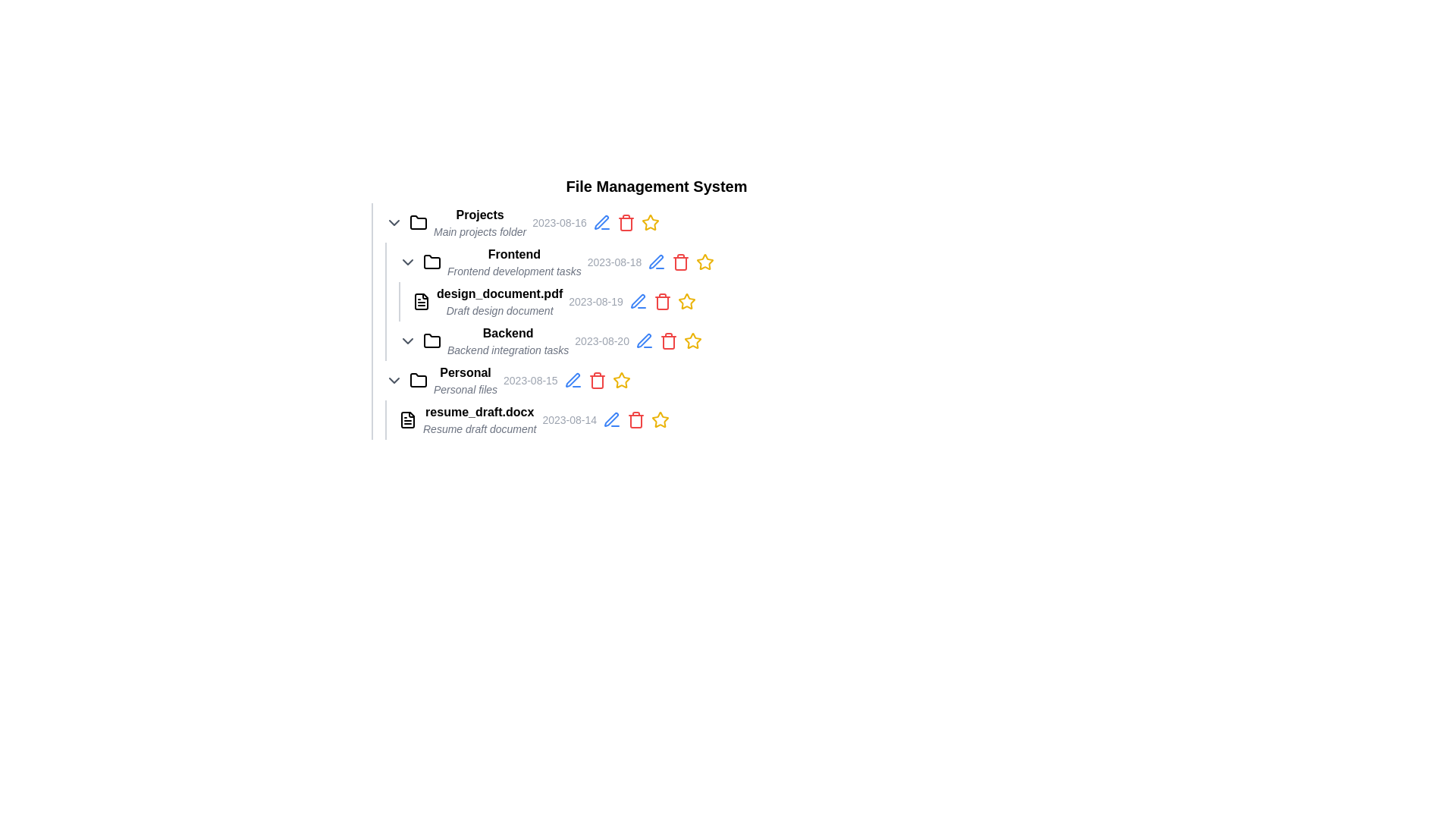 The width and height of the screenshot is (1456, 819). What do you see at coordinates (479, 429) in the screenshot?
I see `the text label styled in italic and gray that reads 'Resume draft document', located under the document title 'resume_draft.docx' in the file management system` at bounding box center [479, 429].